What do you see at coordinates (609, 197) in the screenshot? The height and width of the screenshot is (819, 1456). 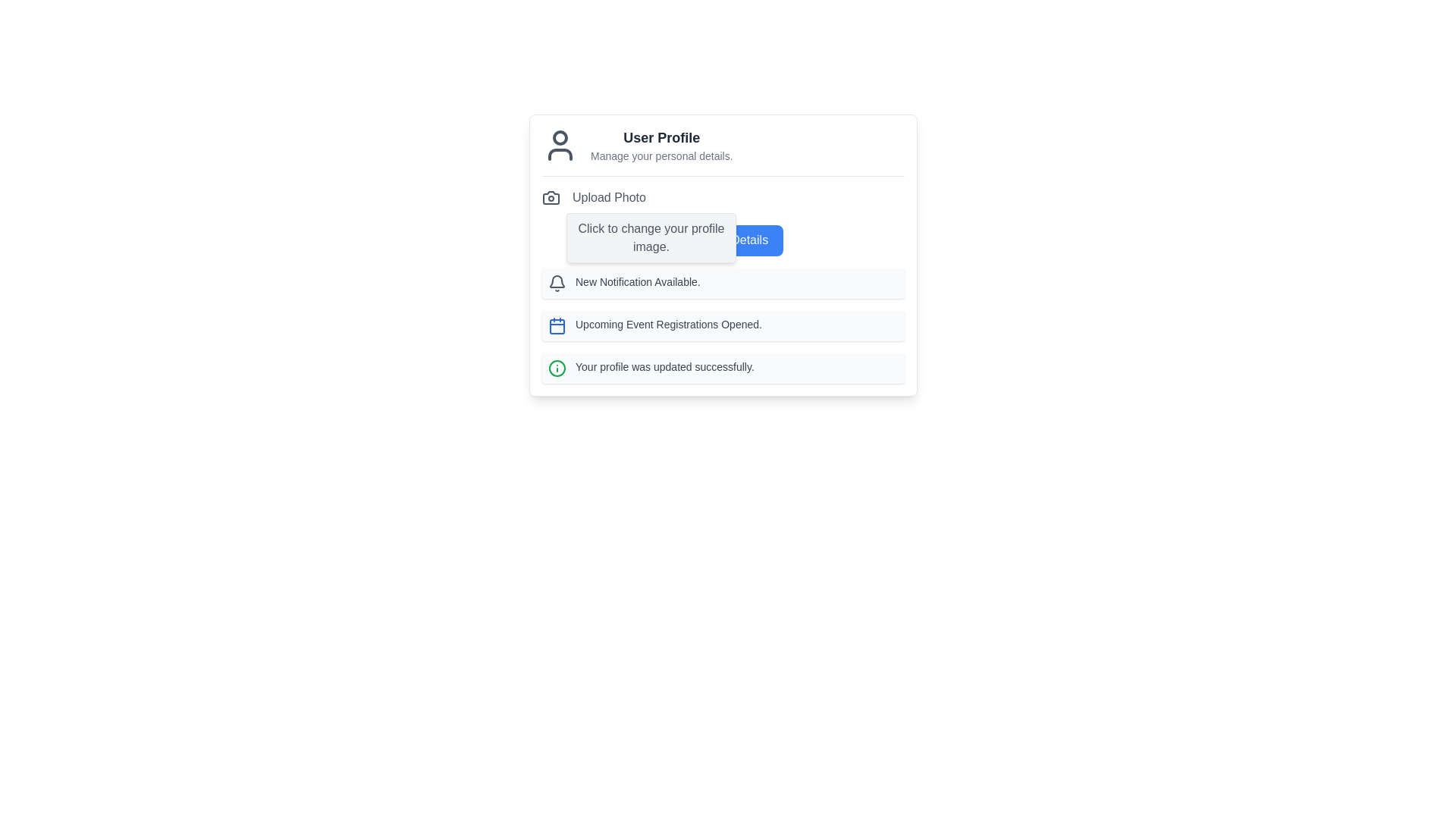 I see `the 'Upload Photo' label, which is a textual label with medium font weight and a gray color scheme, positioned next to a camera icon` at bounding box center [609, 197].